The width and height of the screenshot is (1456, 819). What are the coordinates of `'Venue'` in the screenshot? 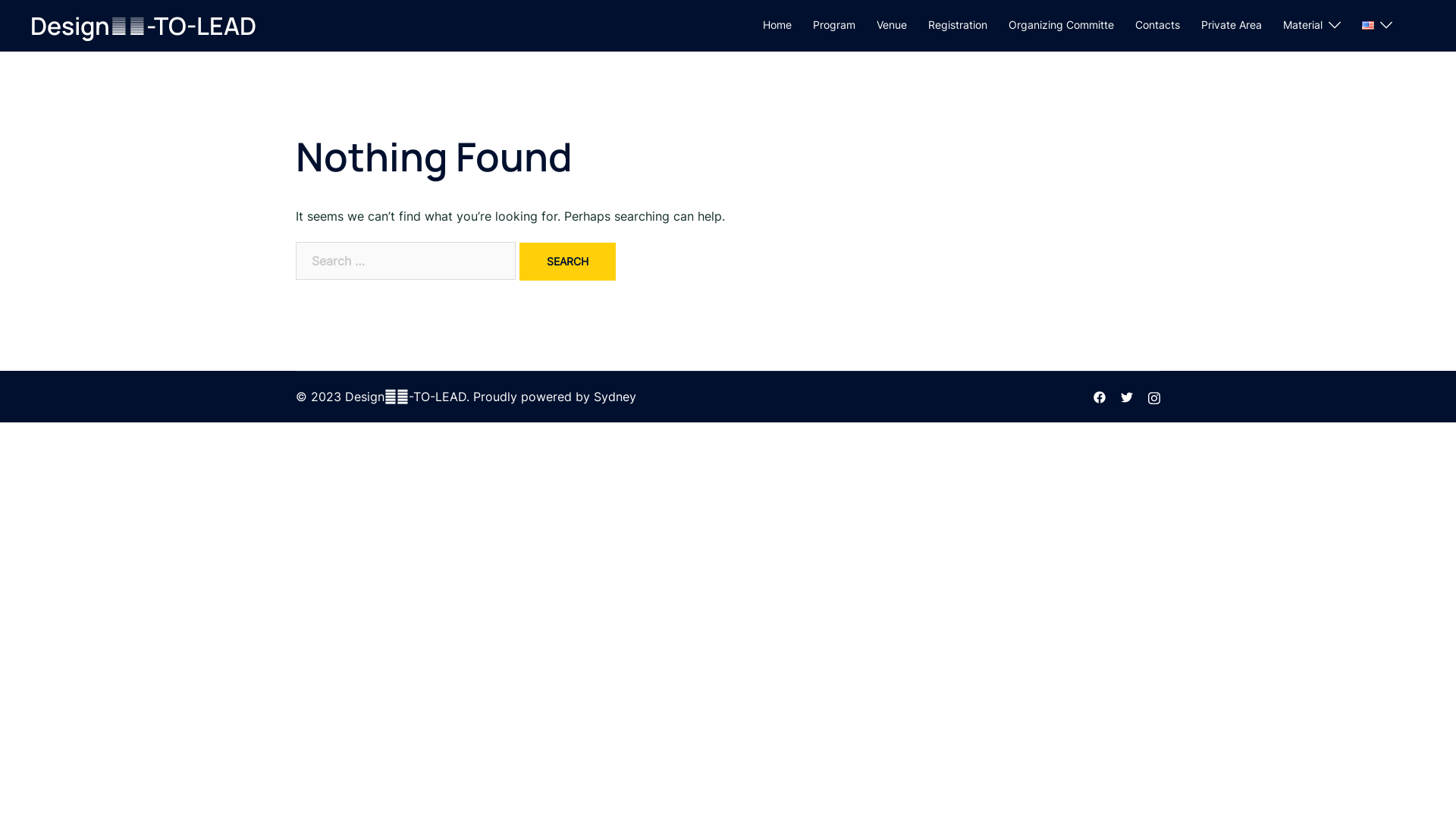 It's located at (877, 25).